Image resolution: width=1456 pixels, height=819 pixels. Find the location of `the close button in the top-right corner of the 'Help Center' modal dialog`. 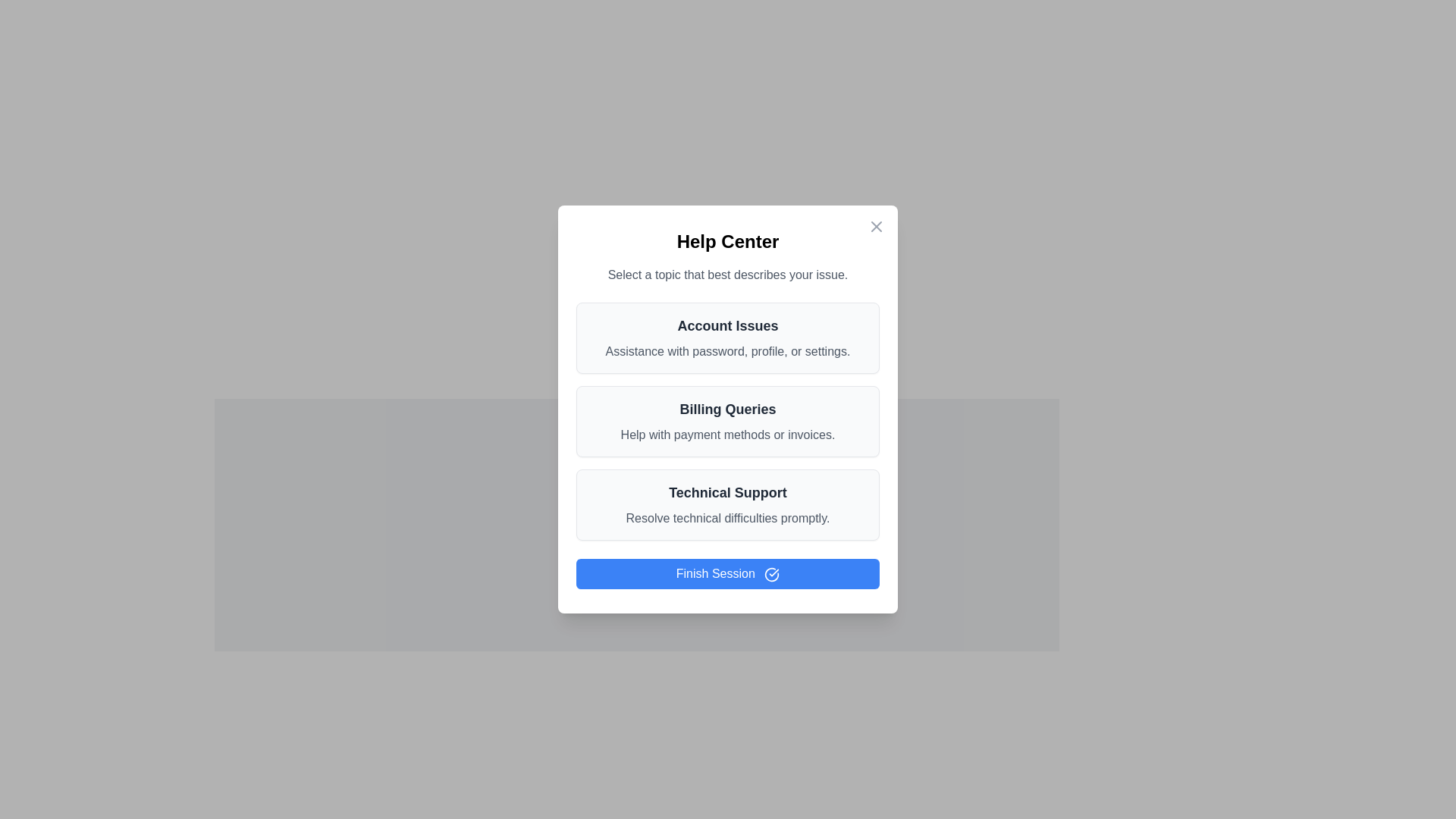

the close button in the top-right corner of the 'Help Center' modal dialog is located at coordinates (877, 227).